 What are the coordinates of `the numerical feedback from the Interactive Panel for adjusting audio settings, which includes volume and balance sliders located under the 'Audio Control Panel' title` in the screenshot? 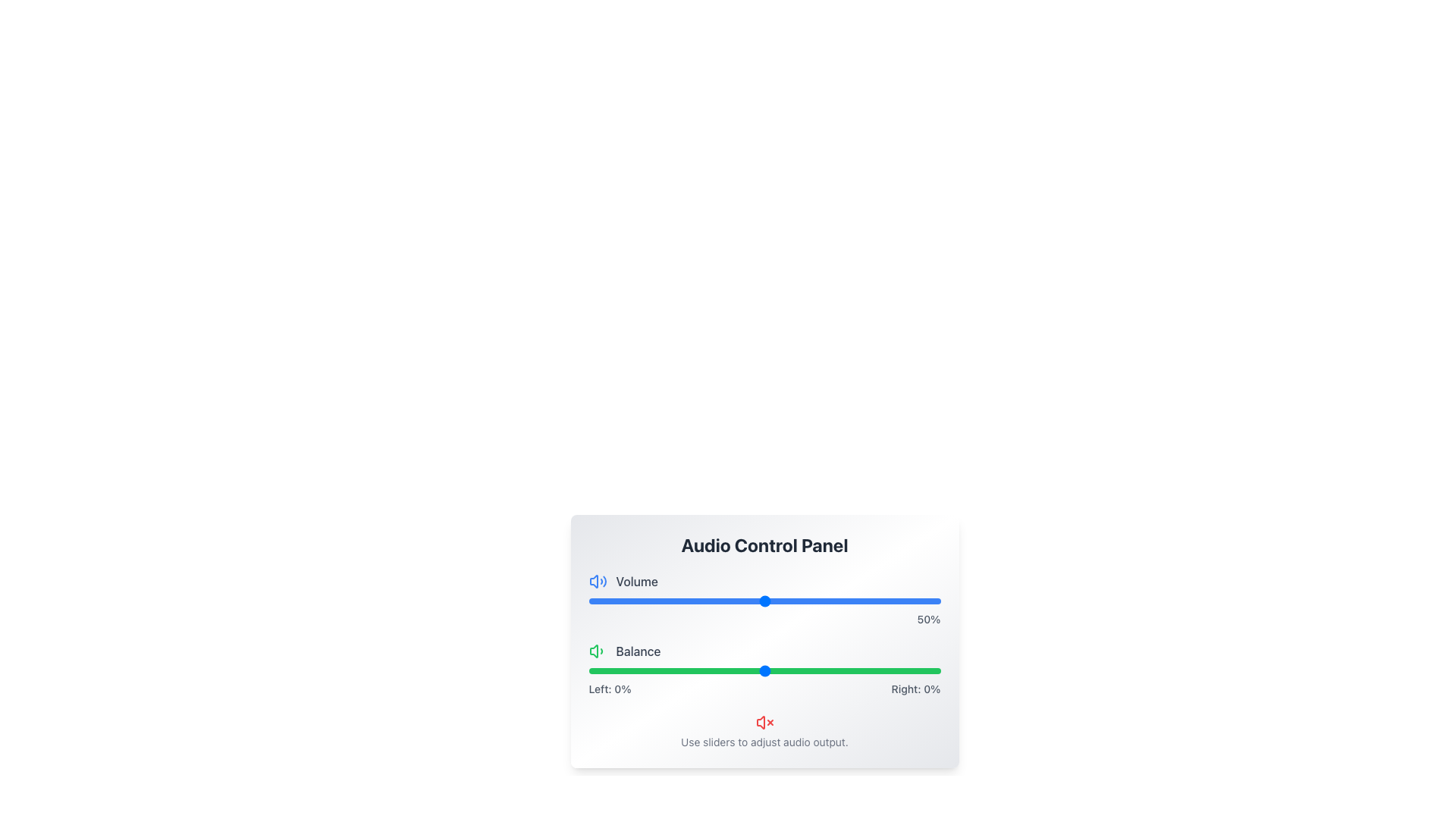 It's located at (764, 641).